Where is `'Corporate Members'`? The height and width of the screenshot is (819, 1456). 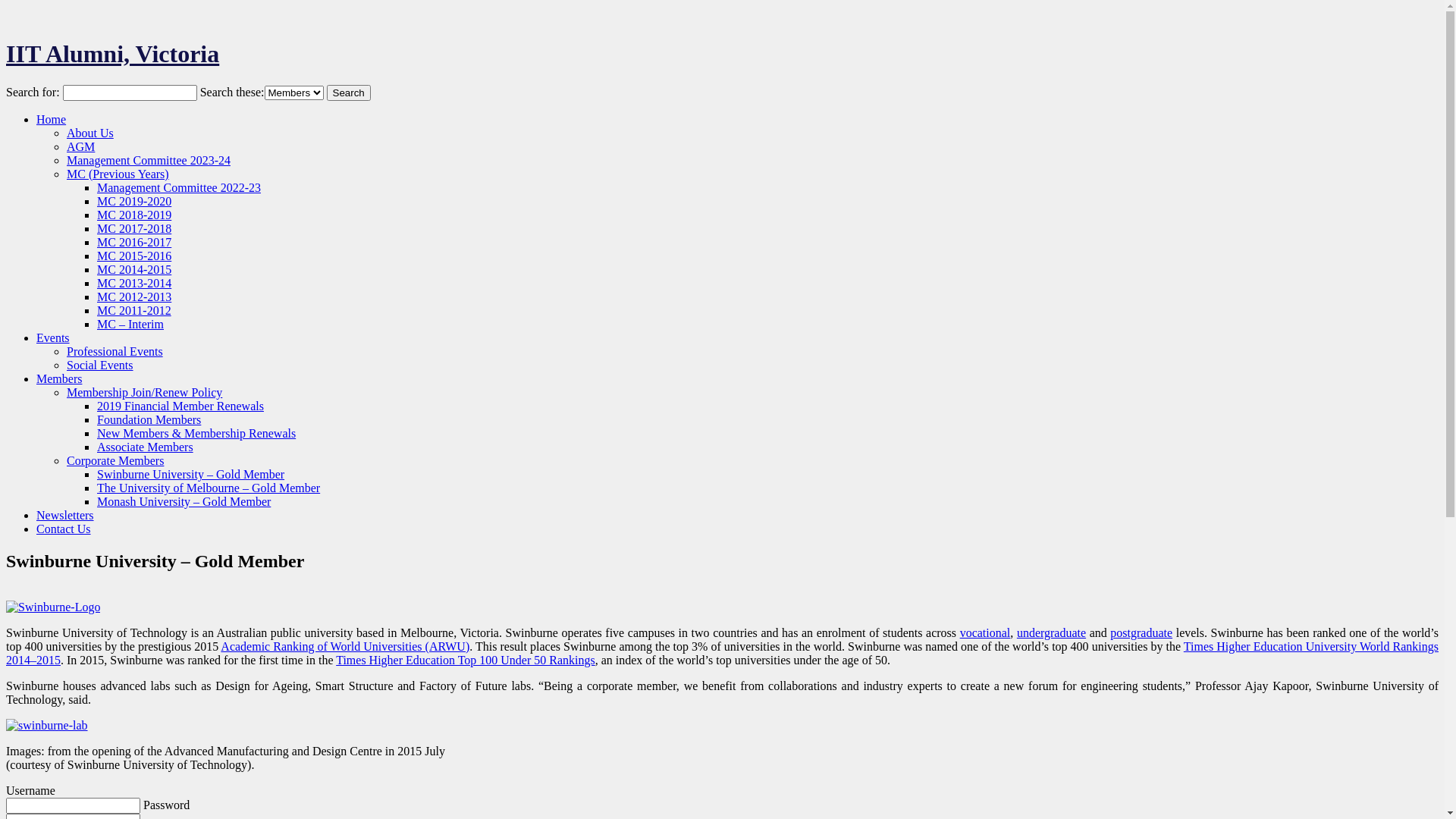
'Corporate Members' is located at coordinates (65, 460).